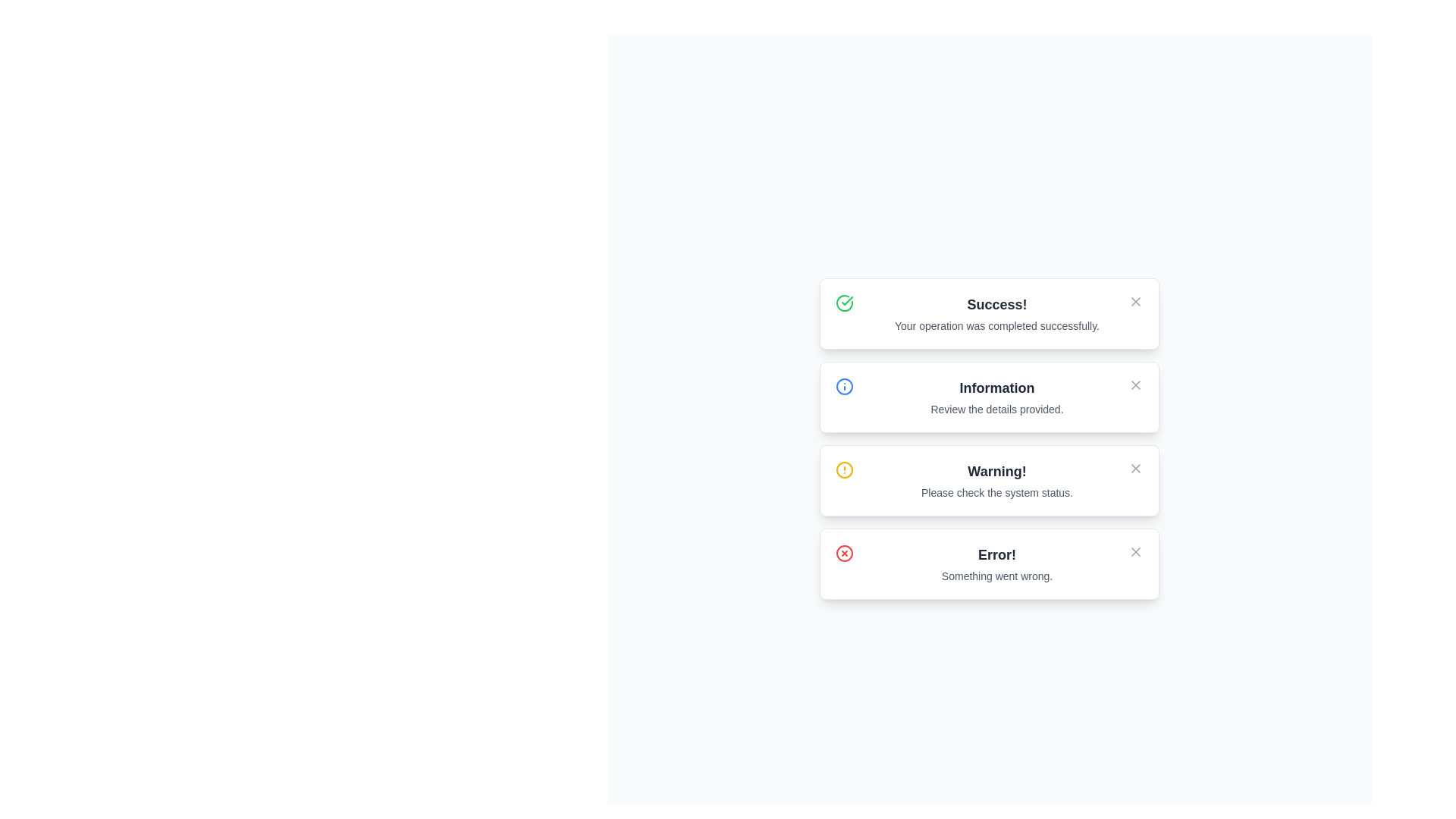  I want to click on text element that serves as the title for the error message in the fourth notification card, which alerts the user to an error, so click(997, 555).